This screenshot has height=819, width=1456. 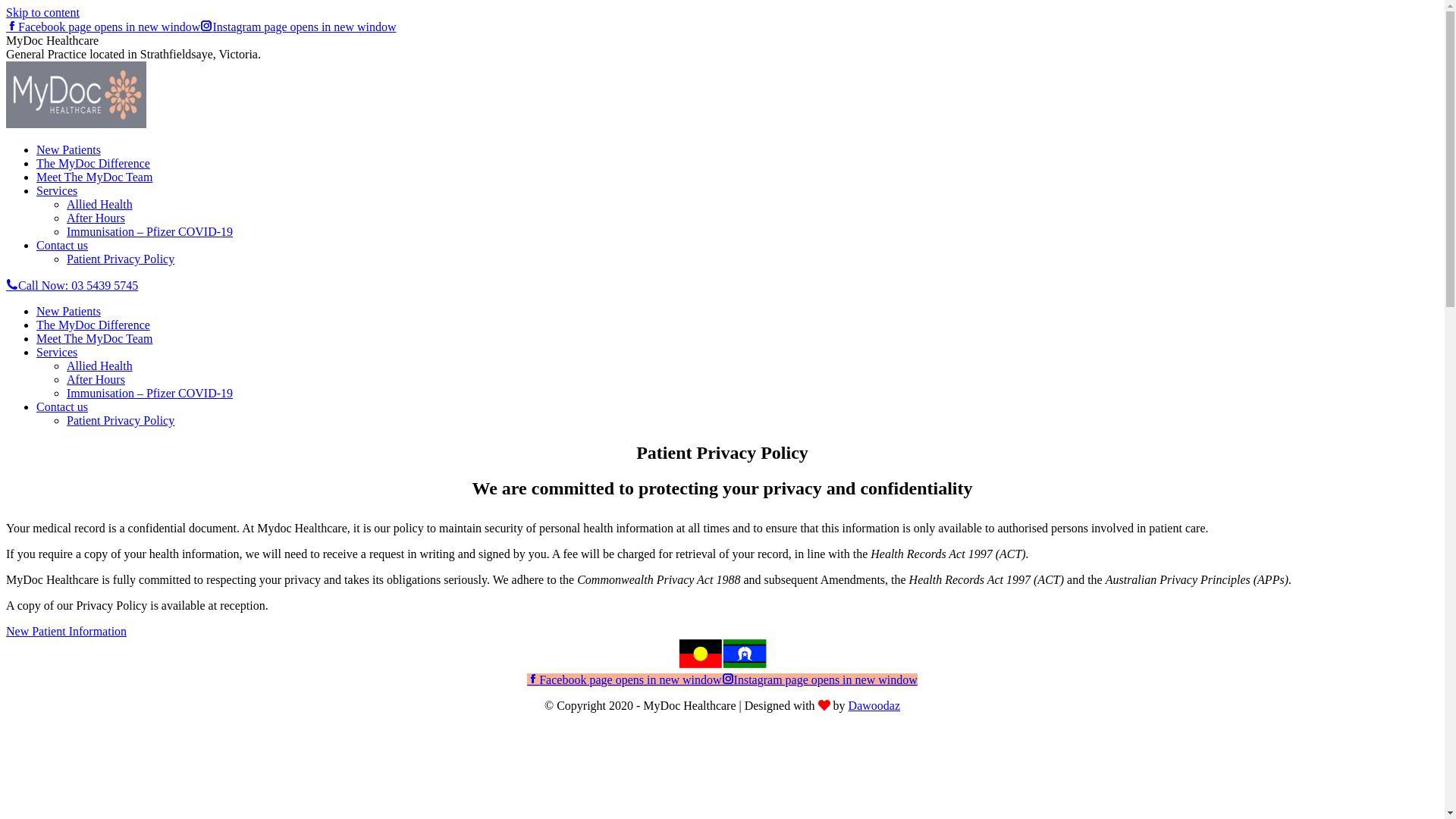 I want to click on 'Instagram page opens in new window', so click(x=818, y=679).